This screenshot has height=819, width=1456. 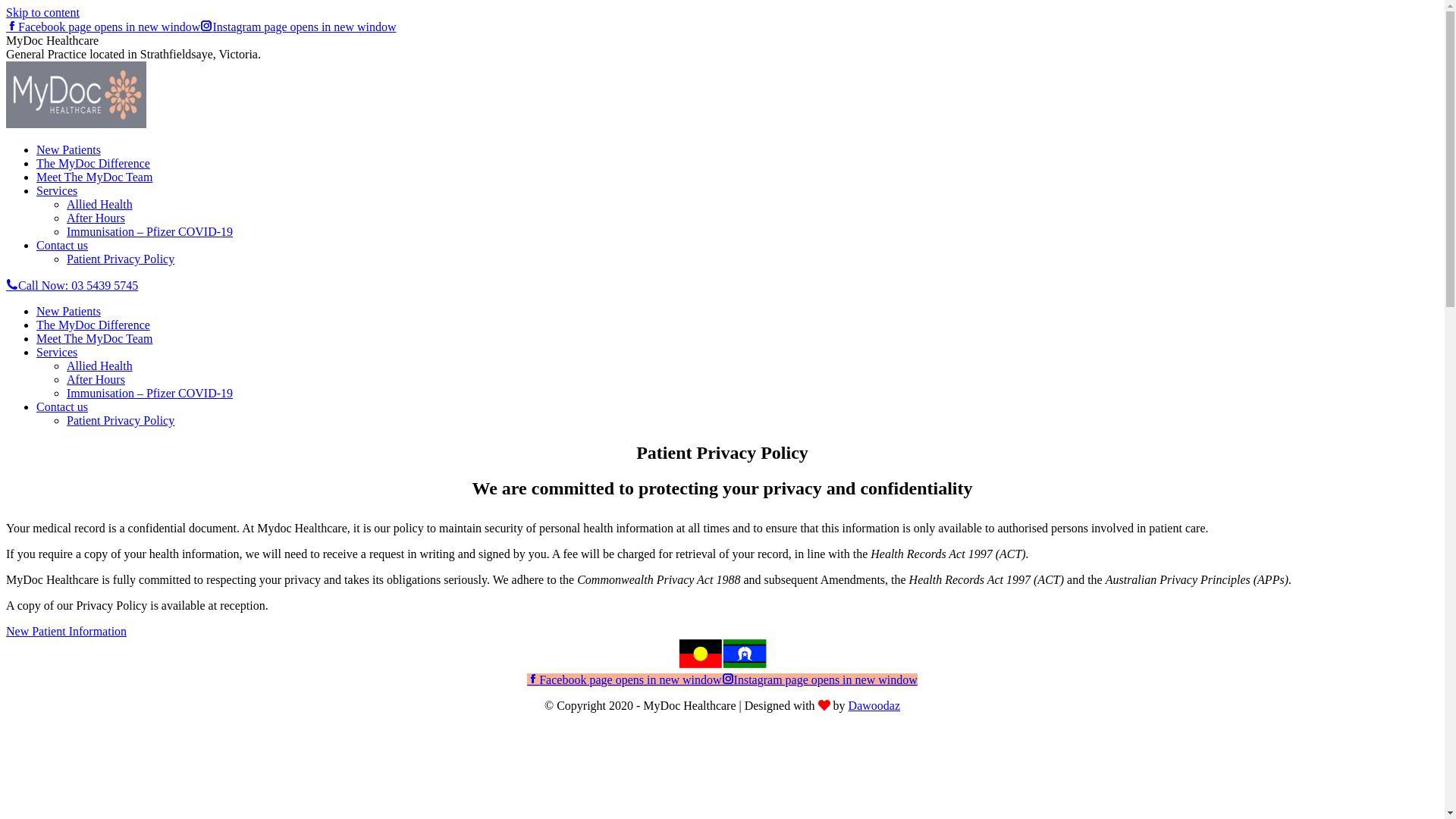 I want to click on 'Instagram page opens in new window', so click(x=818, y=679).